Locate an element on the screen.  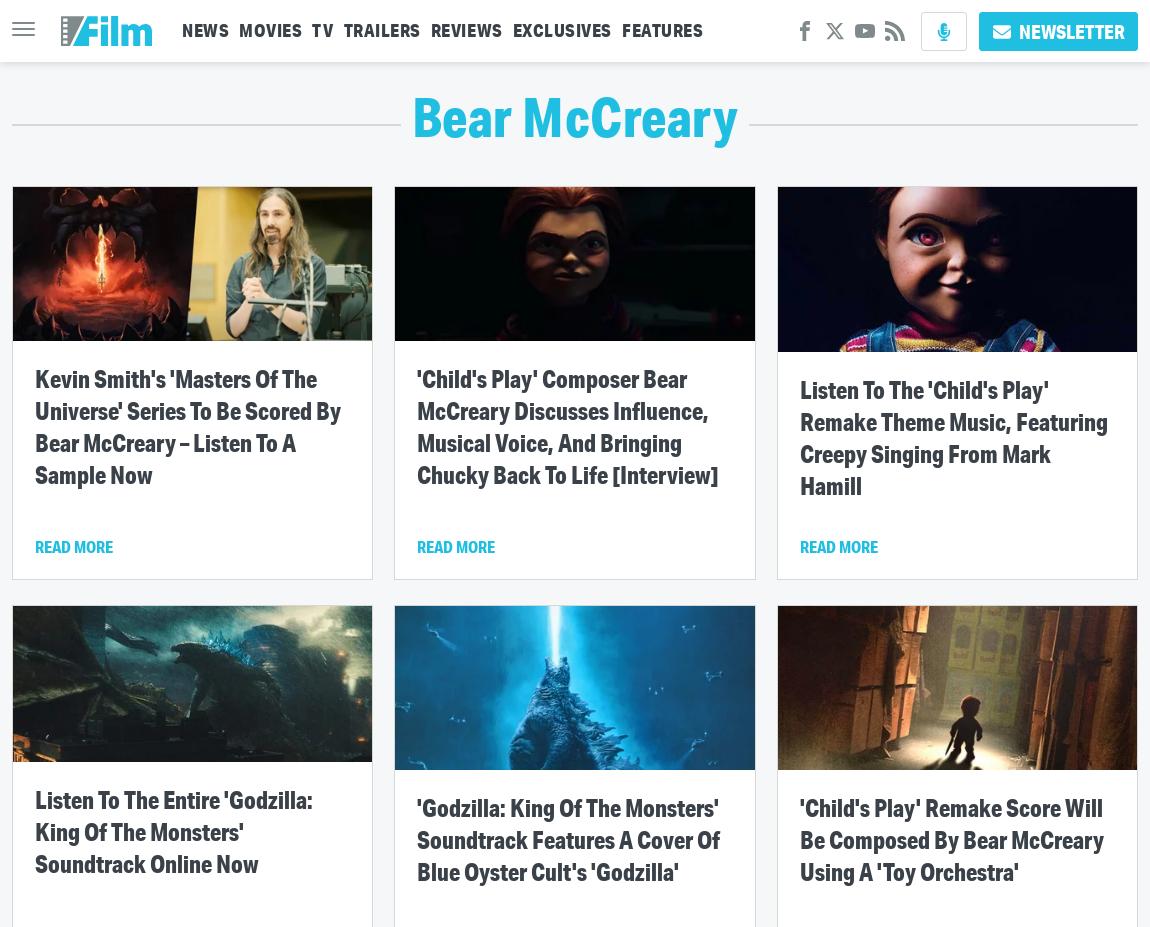
''Godzilla: King Of The Monsters' Soundtrack Features A Cover Of Blue Oyster Cult's 'Godzilla'' is located at coordinates (568, 839).